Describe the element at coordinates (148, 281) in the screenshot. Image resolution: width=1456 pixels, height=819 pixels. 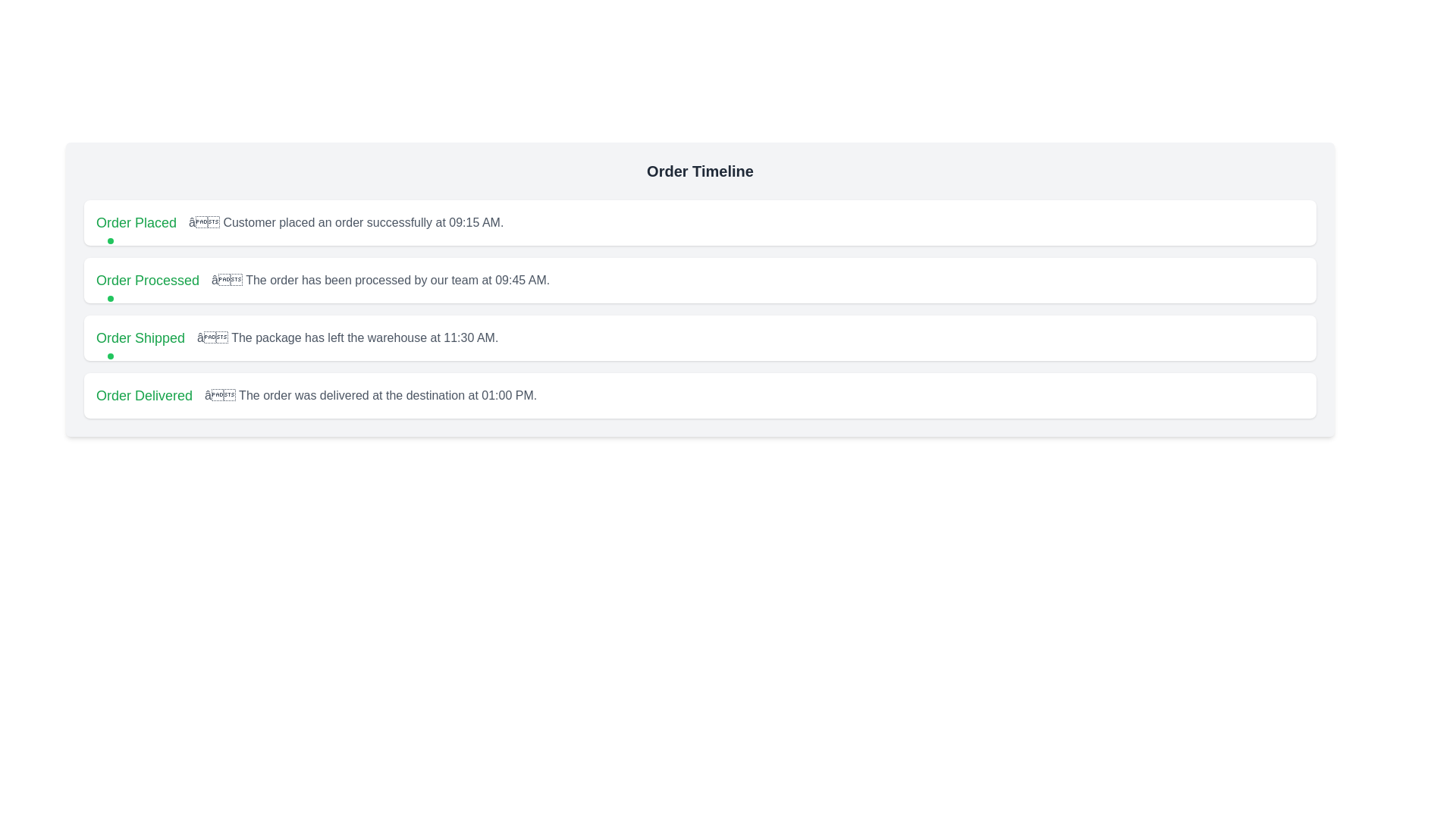
I see `the static text element labeled 'Order Processed' which is styled in a large, bold green font and indicates the status in the order timeline` at that location.